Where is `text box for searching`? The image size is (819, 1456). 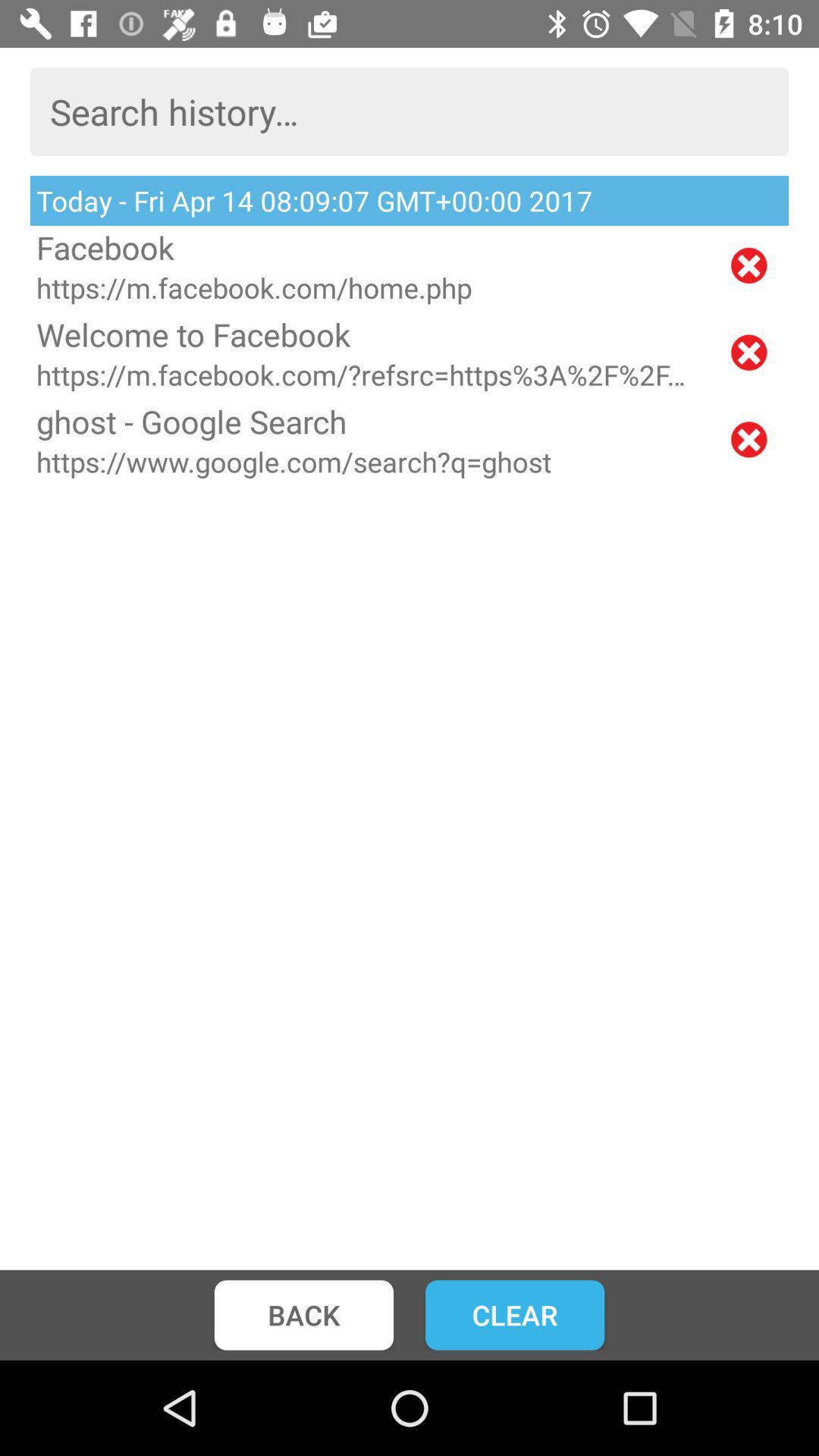 text box for searching is located at coordinates (409, 111).